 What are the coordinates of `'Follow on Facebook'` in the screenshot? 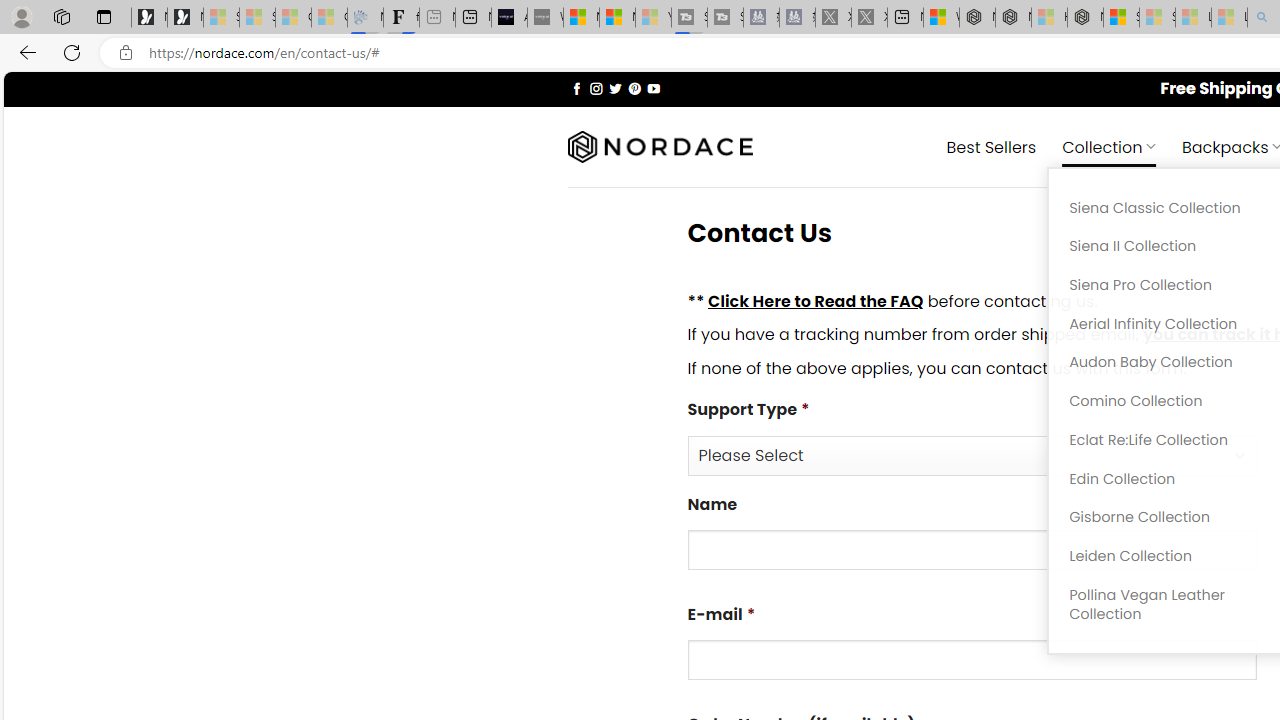 It's located at (576, 87).